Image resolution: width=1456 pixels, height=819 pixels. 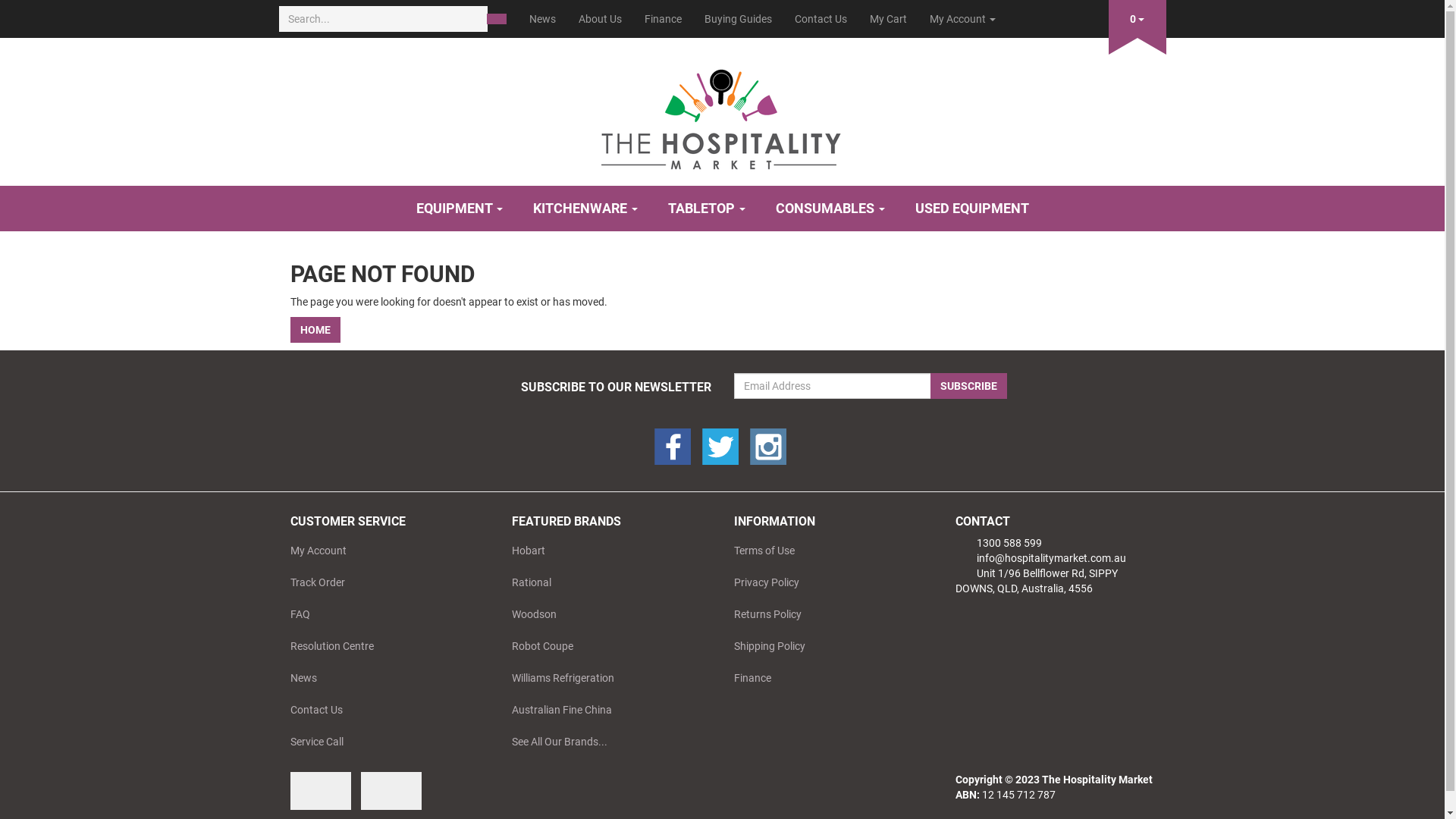 What do you see at coordinates (384, 646) in the screenshot?
I see `'Resolution Centre'` at bounding box center [384, 646].